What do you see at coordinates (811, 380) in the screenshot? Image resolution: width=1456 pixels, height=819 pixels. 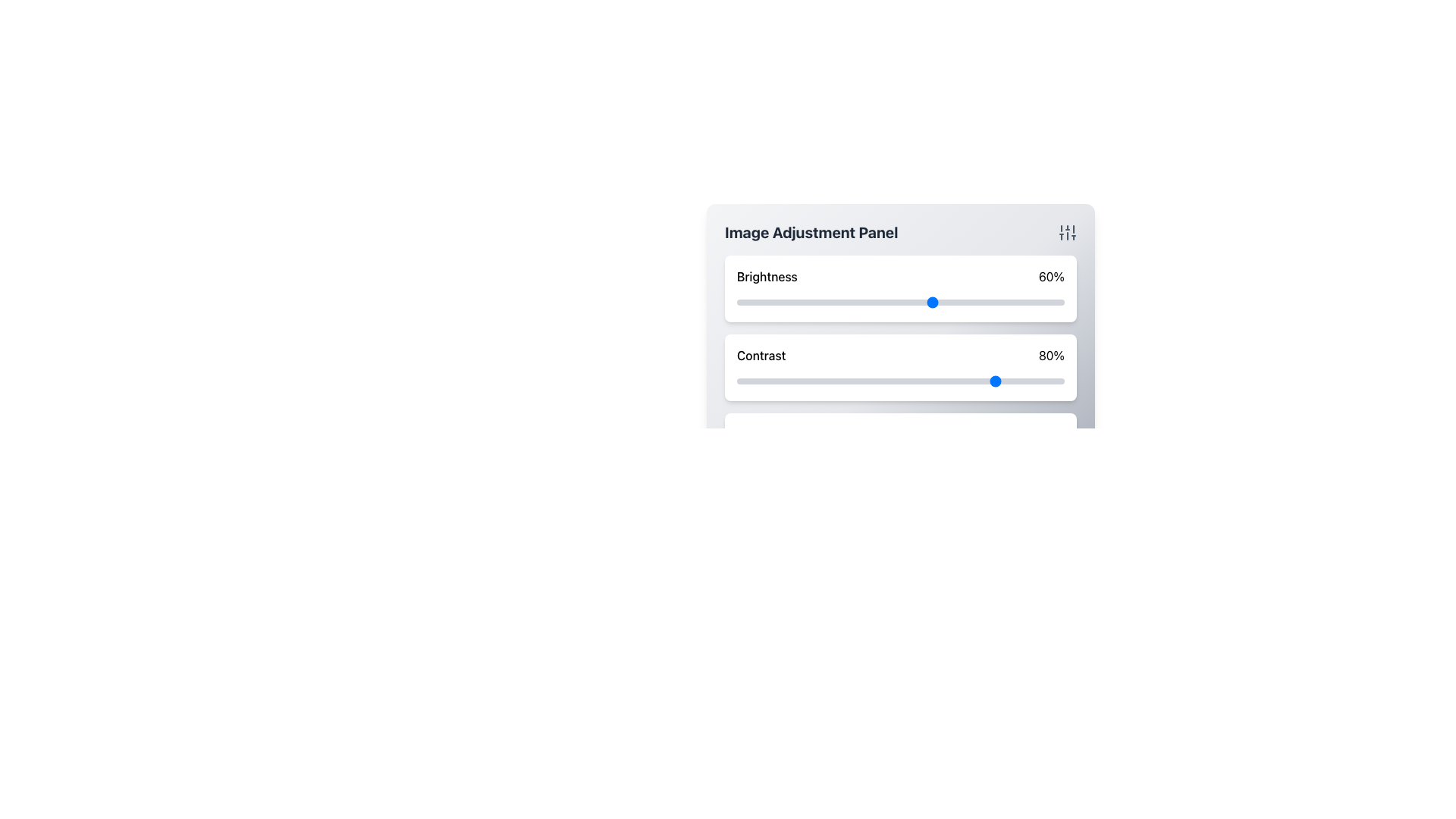 I see `contrast` at bounding box center [811, 380].